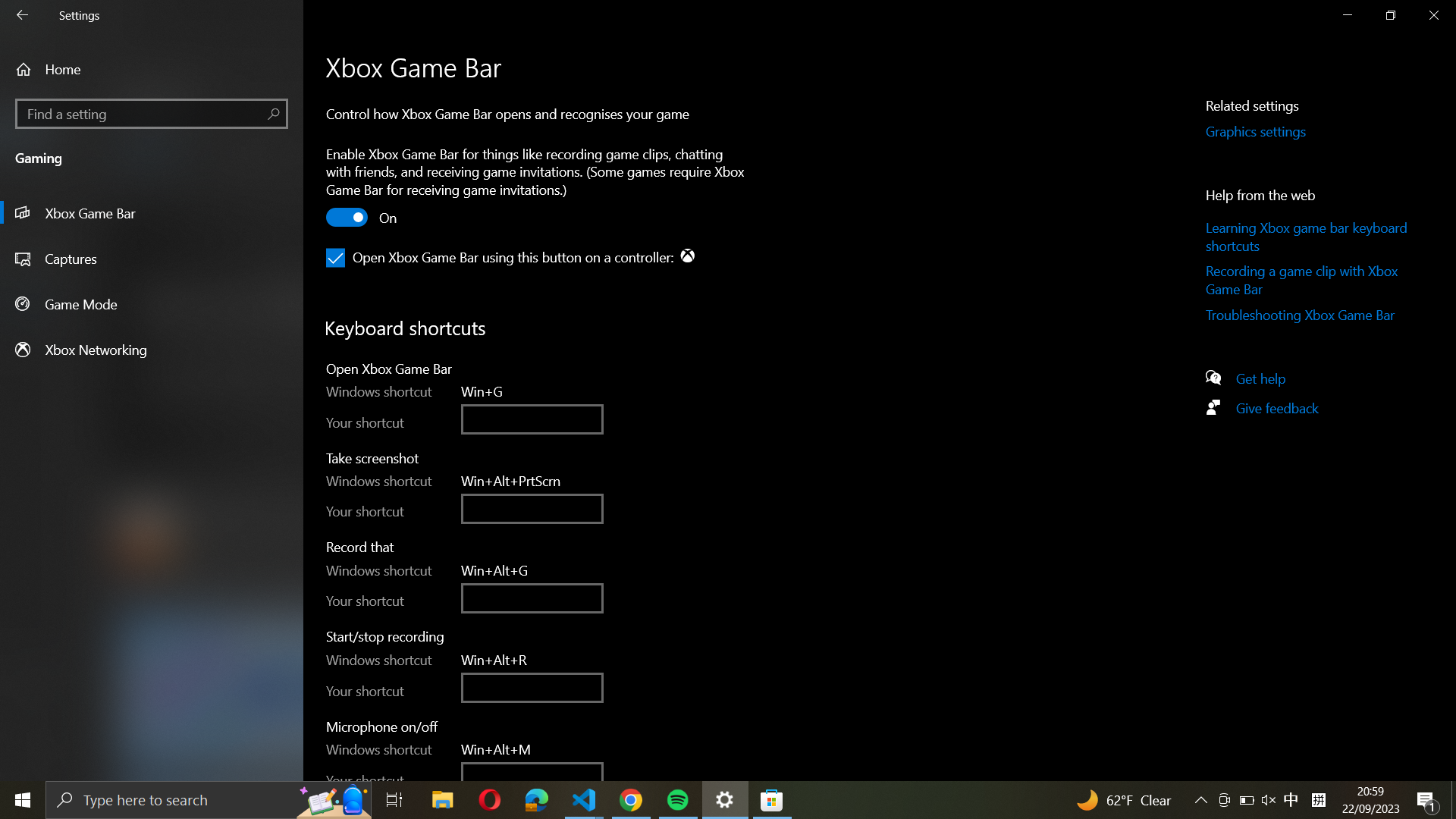 The image size is (1456, 819). Describe the element at coordinates (150, 213) in the screenshot. I see `the Game Bar settings` at that location.